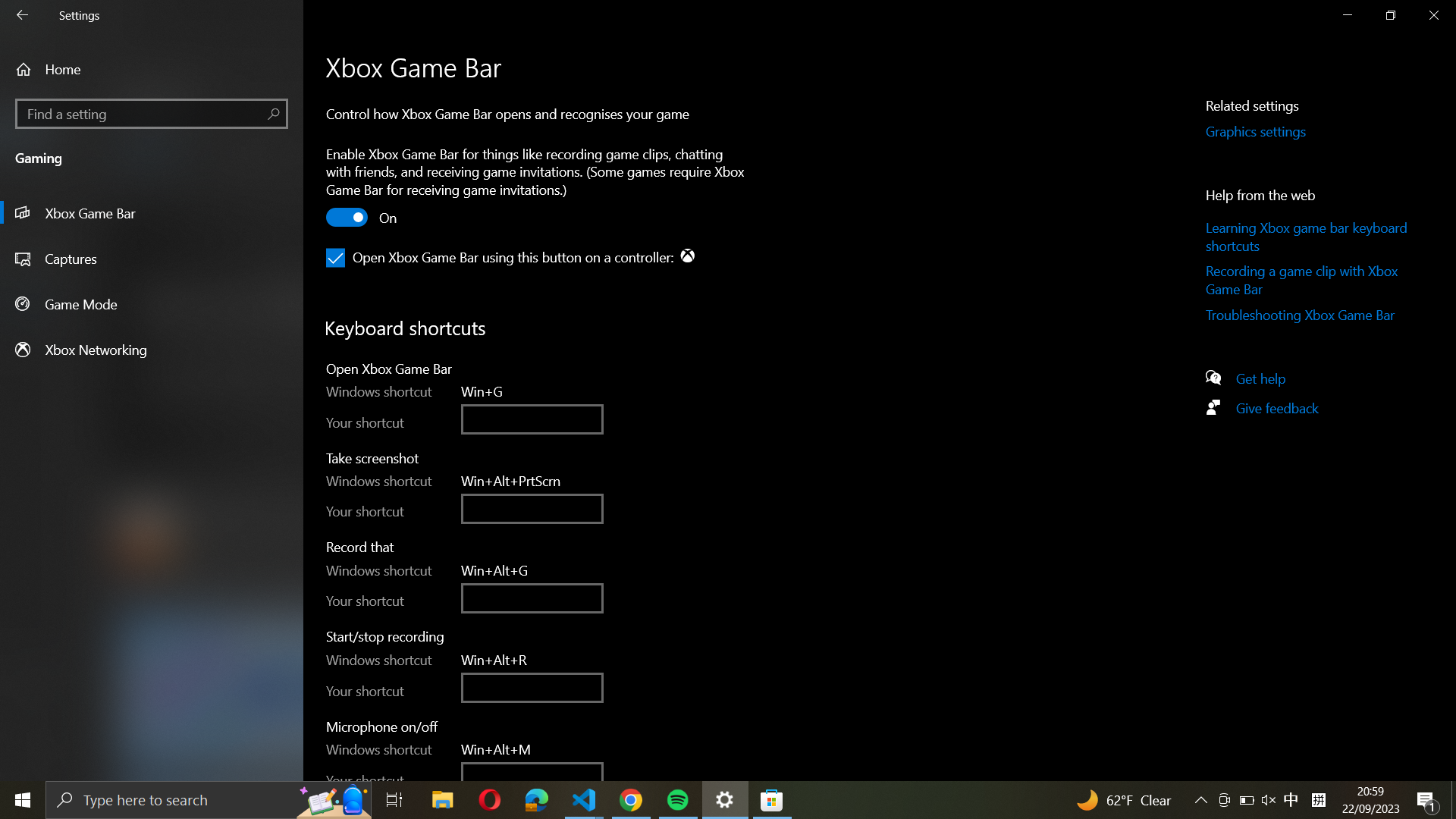 The image size is (1456, 819). Describe the element at coordinates (150, 213) in the screenshot. I see `the Game Bar settings` at that location.